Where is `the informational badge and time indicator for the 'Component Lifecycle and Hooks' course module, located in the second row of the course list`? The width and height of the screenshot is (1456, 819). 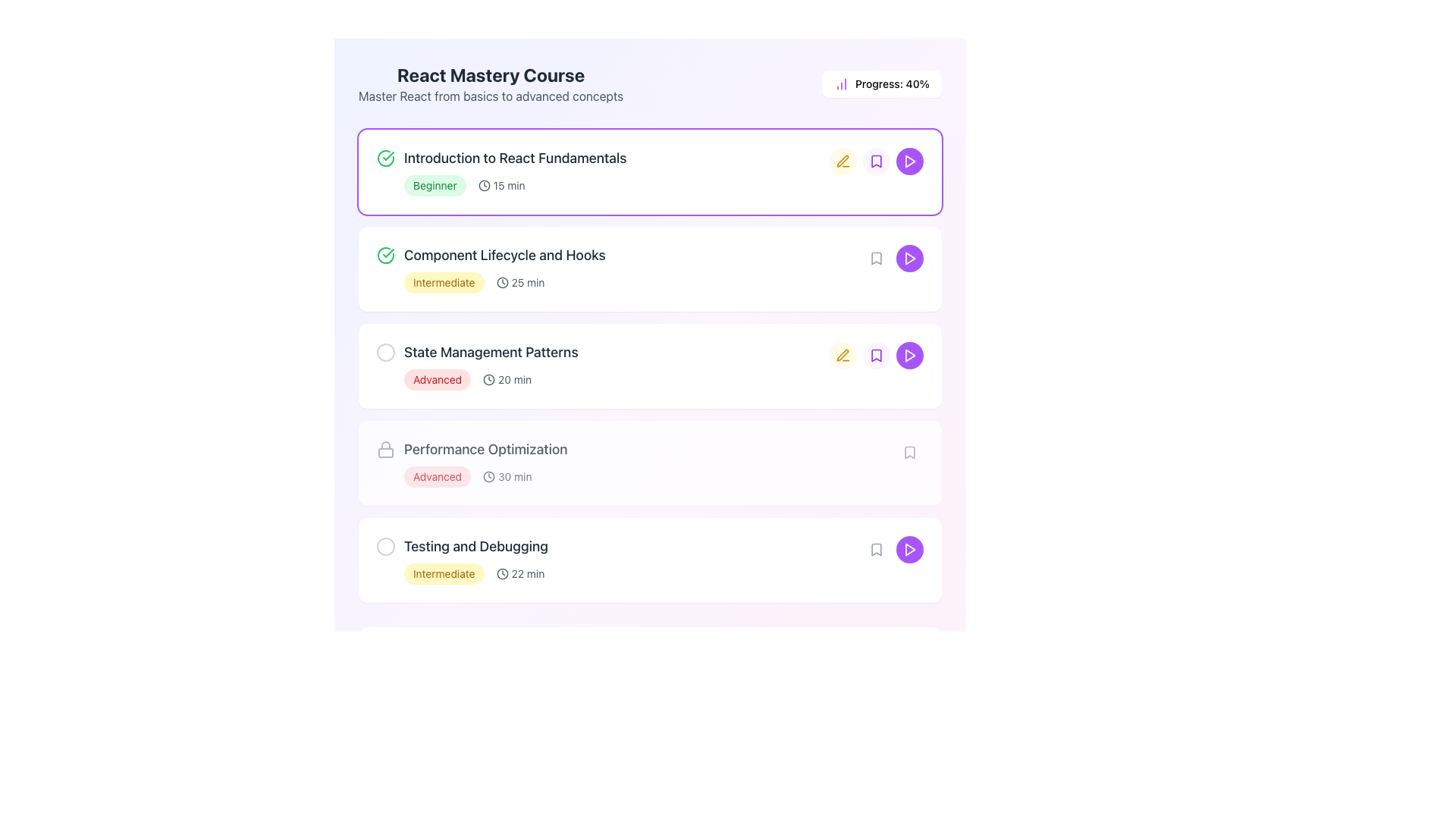
the informational badge and time indicator for the 'Component Lifecycle and Hooks' course module, located in the second row of the course list is located at coordinates (633, 283).